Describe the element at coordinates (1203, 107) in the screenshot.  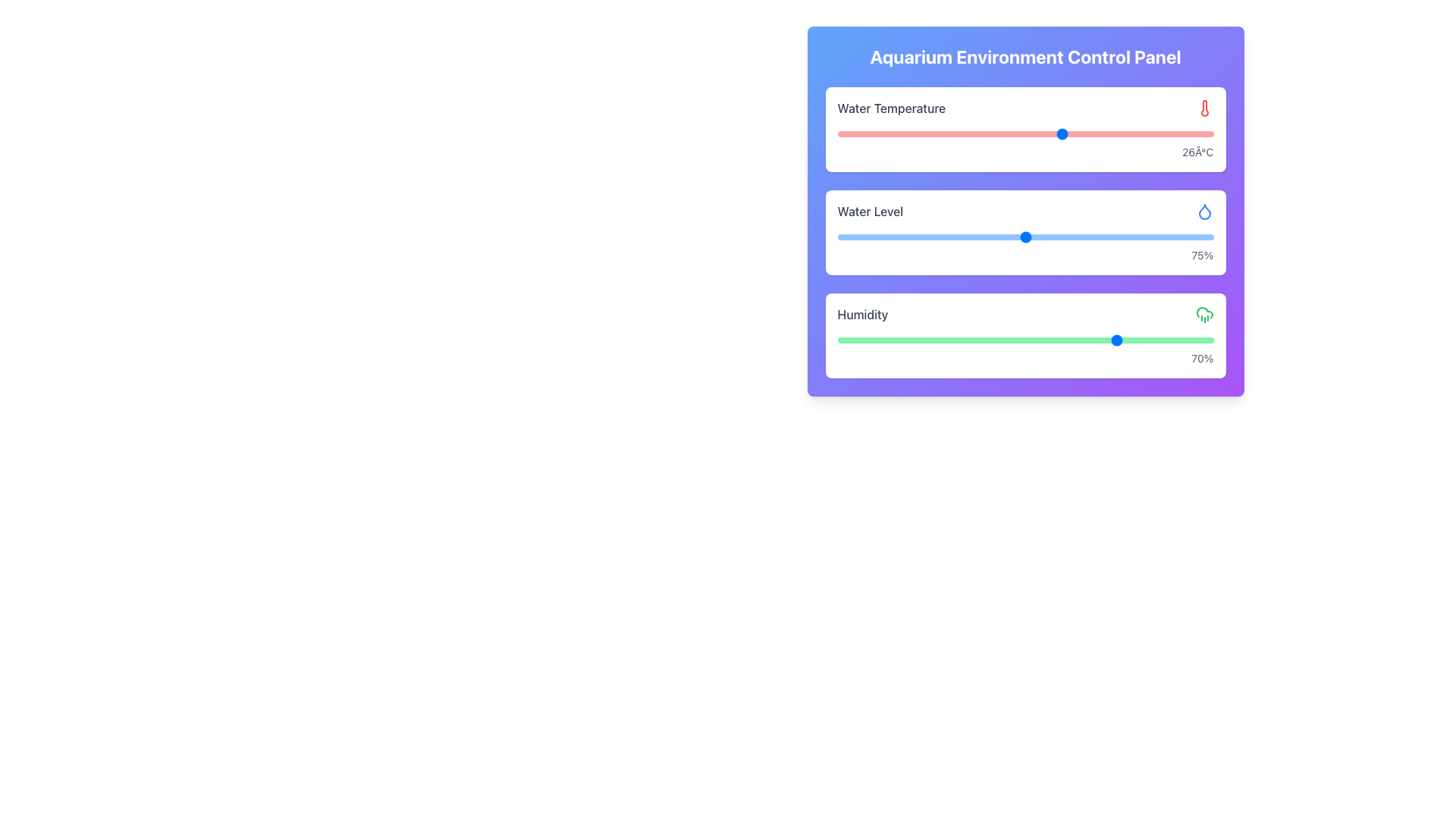
I see `the water temperature icon located on the far right of the 'Water Temperature' section in the 'Aquarium Environment Control Panel'` at that location.